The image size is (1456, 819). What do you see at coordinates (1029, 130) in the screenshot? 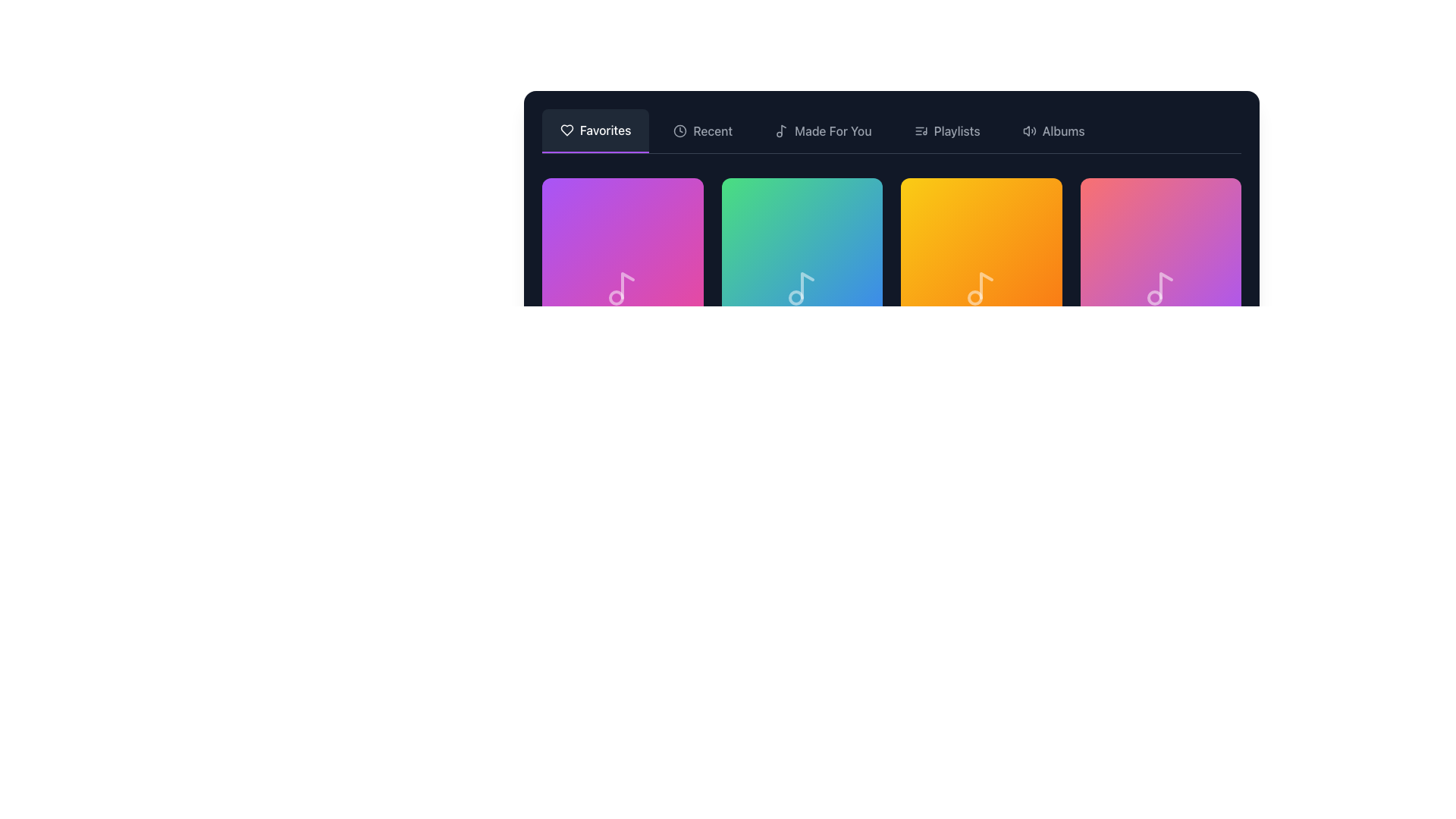
I see `the 'Albums' menu option, which is represented by a speaker icon with sound waves and is located at the rightmost position in the horizontal list of menu options` at bounding box center [1029, 130].